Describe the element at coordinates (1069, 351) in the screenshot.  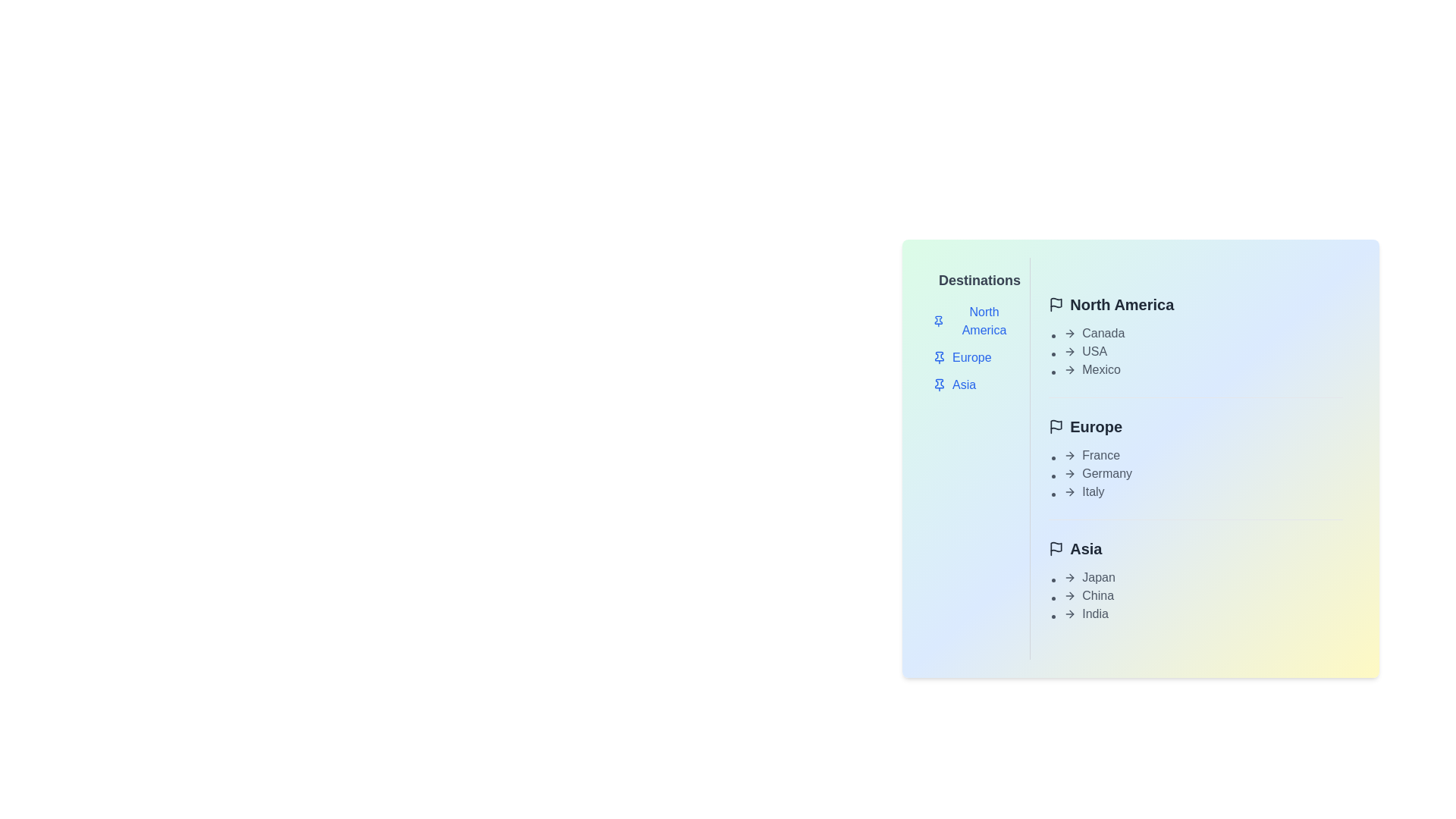
I see `the right-pointing arrow icon adjacent to the text 'USA'` at that location.